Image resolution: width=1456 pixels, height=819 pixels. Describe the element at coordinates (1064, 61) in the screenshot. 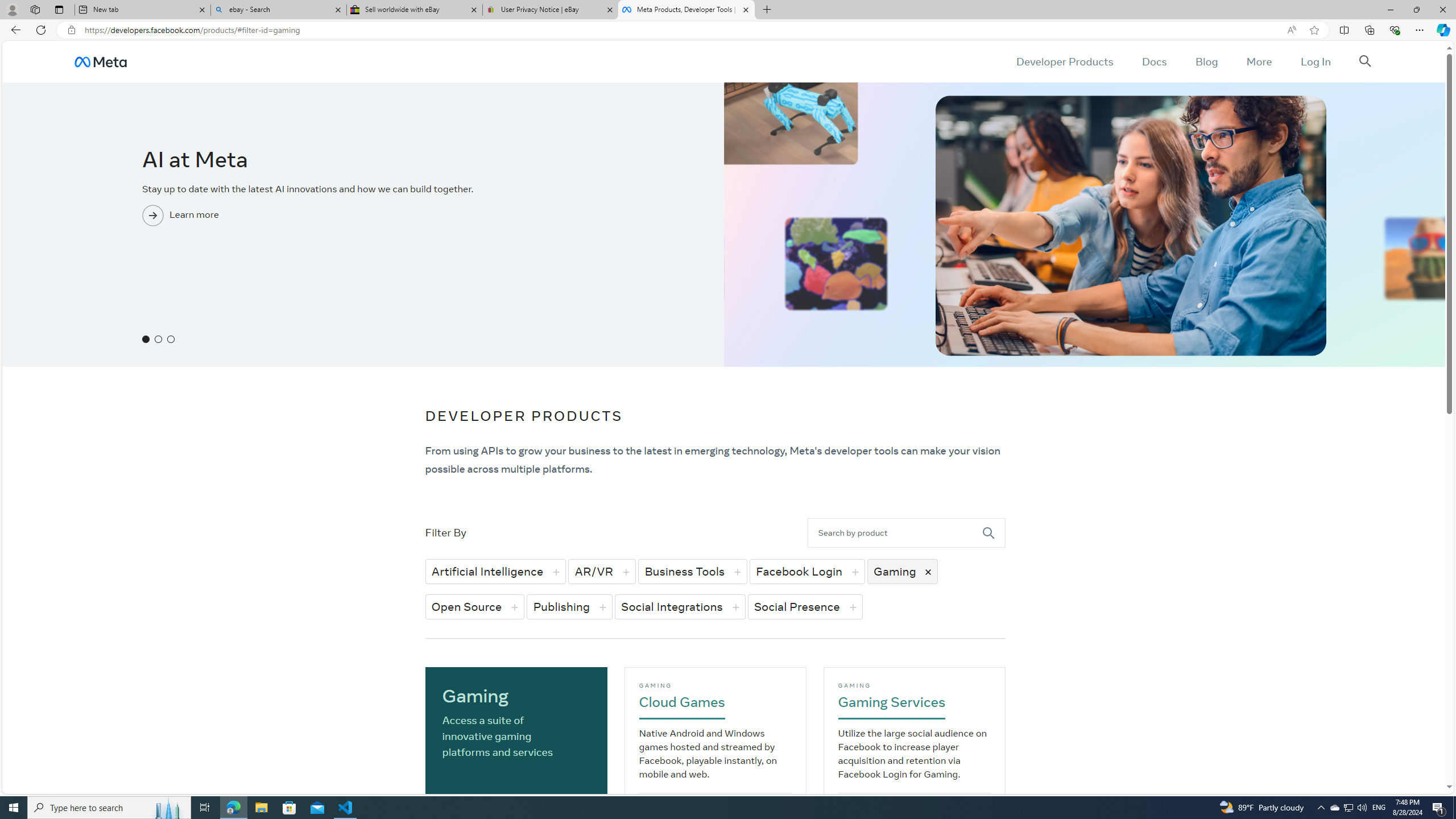

I see `'Developer Products'` at that location.